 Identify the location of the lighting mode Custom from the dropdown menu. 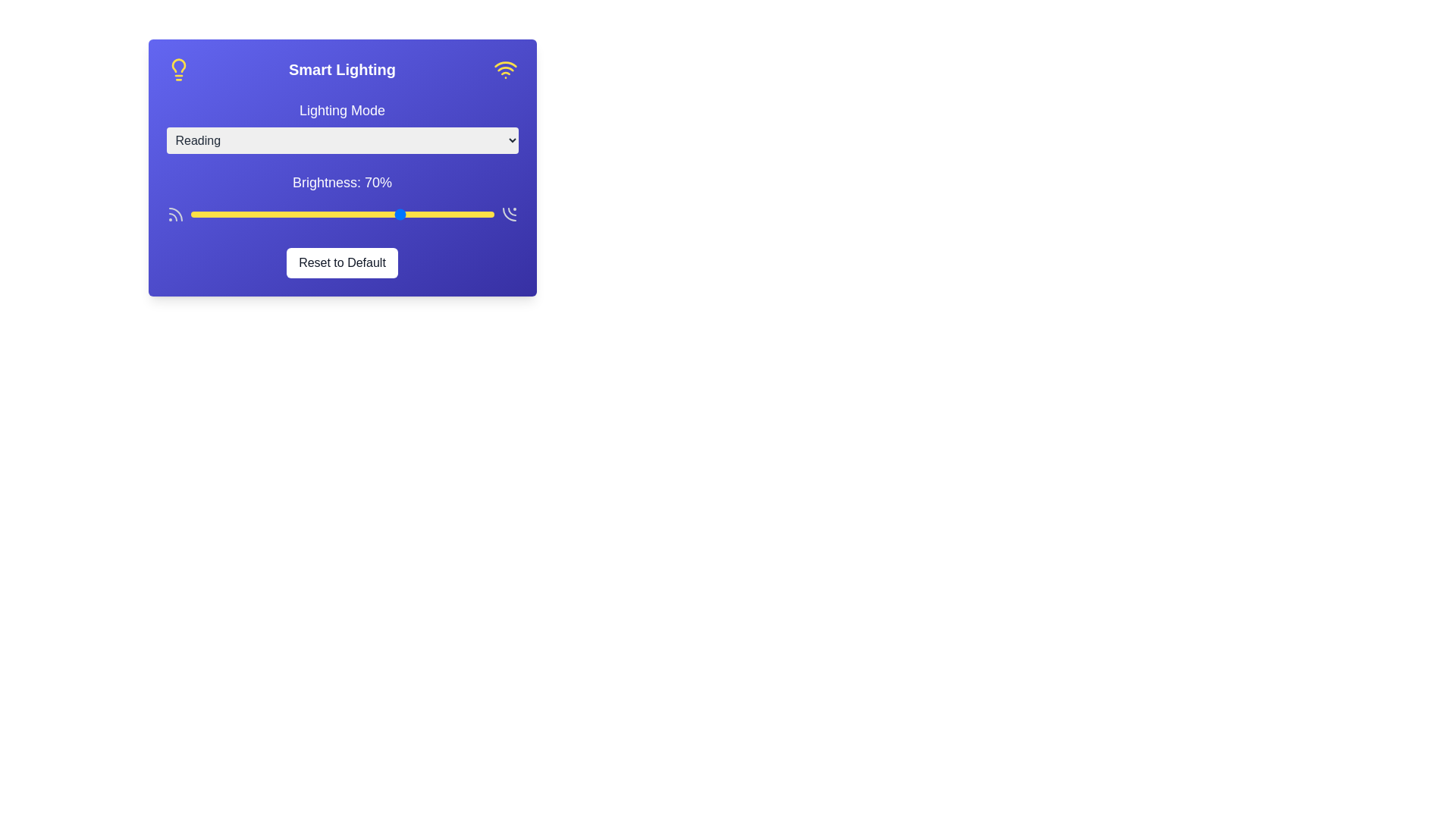
(341, 140).